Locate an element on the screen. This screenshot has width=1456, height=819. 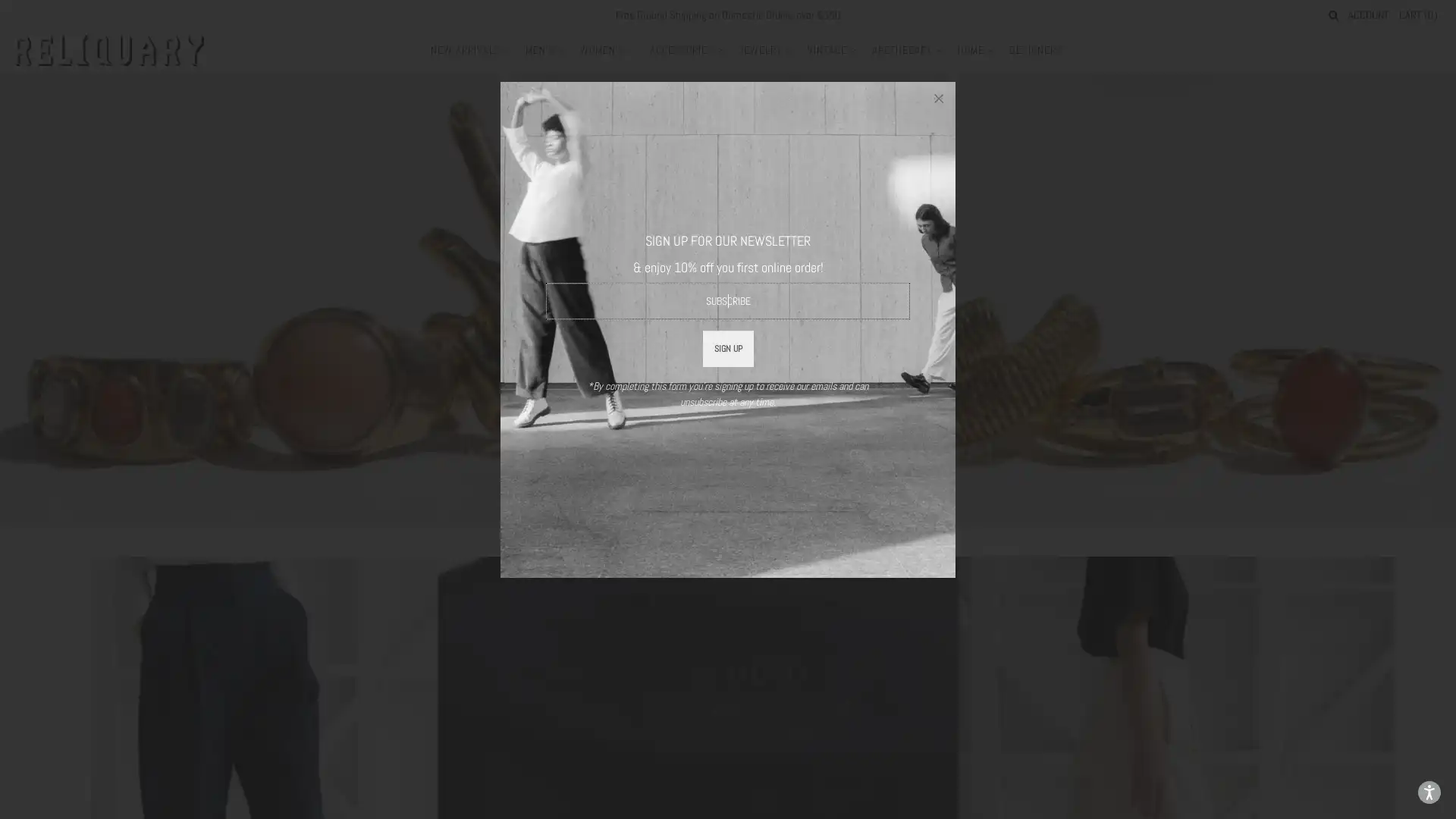
Open accessibility options, statement and help is located at coordinates (1429, 792).